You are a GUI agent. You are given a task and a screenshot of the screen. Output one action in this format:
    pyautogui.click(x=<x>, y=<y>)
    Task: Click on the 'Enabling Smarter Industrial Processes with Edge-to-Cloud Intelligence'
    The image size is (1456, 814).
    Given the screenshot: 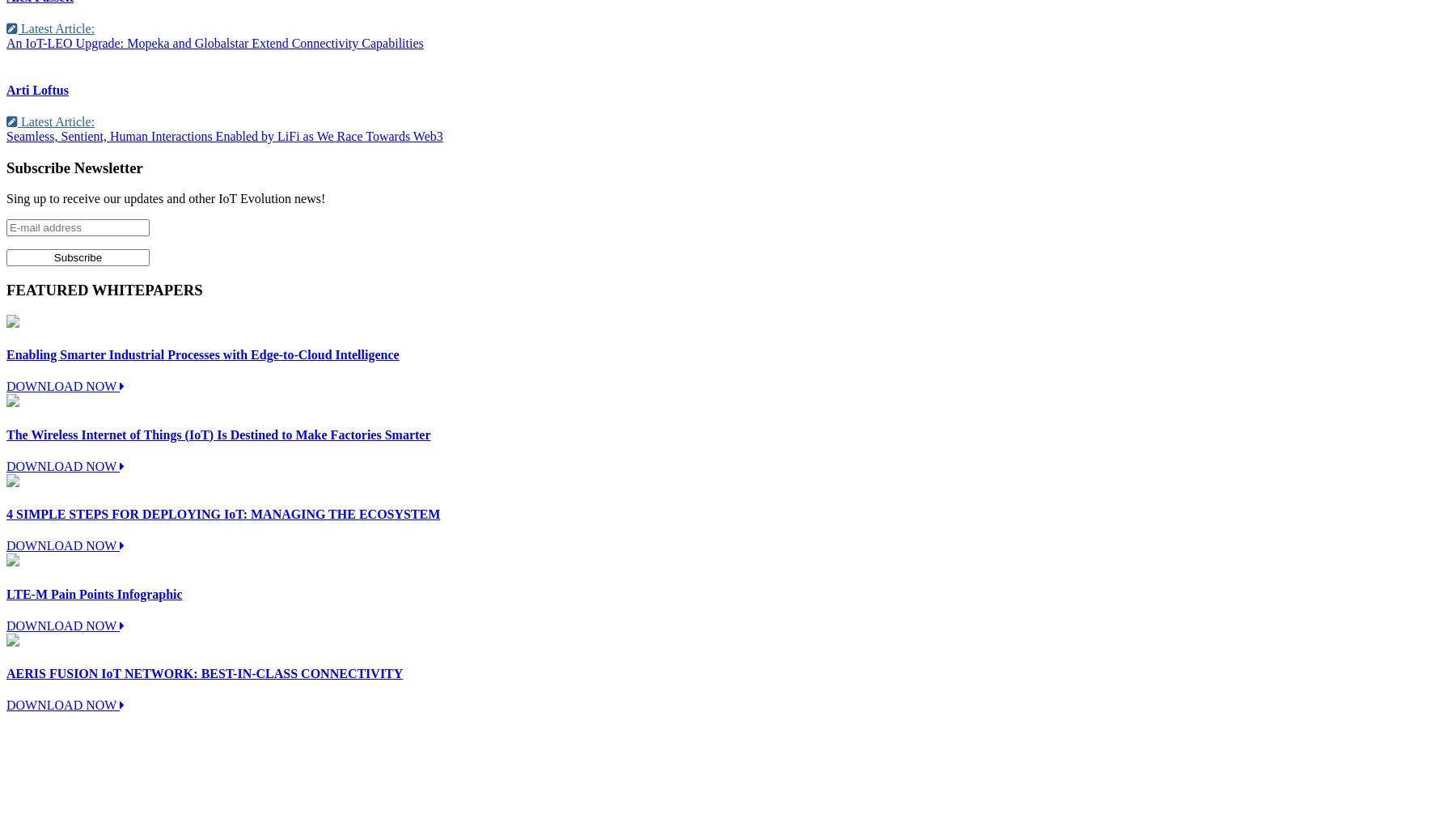 What is the action you would take?
    pyautogui.click(x=201, y=354)
    